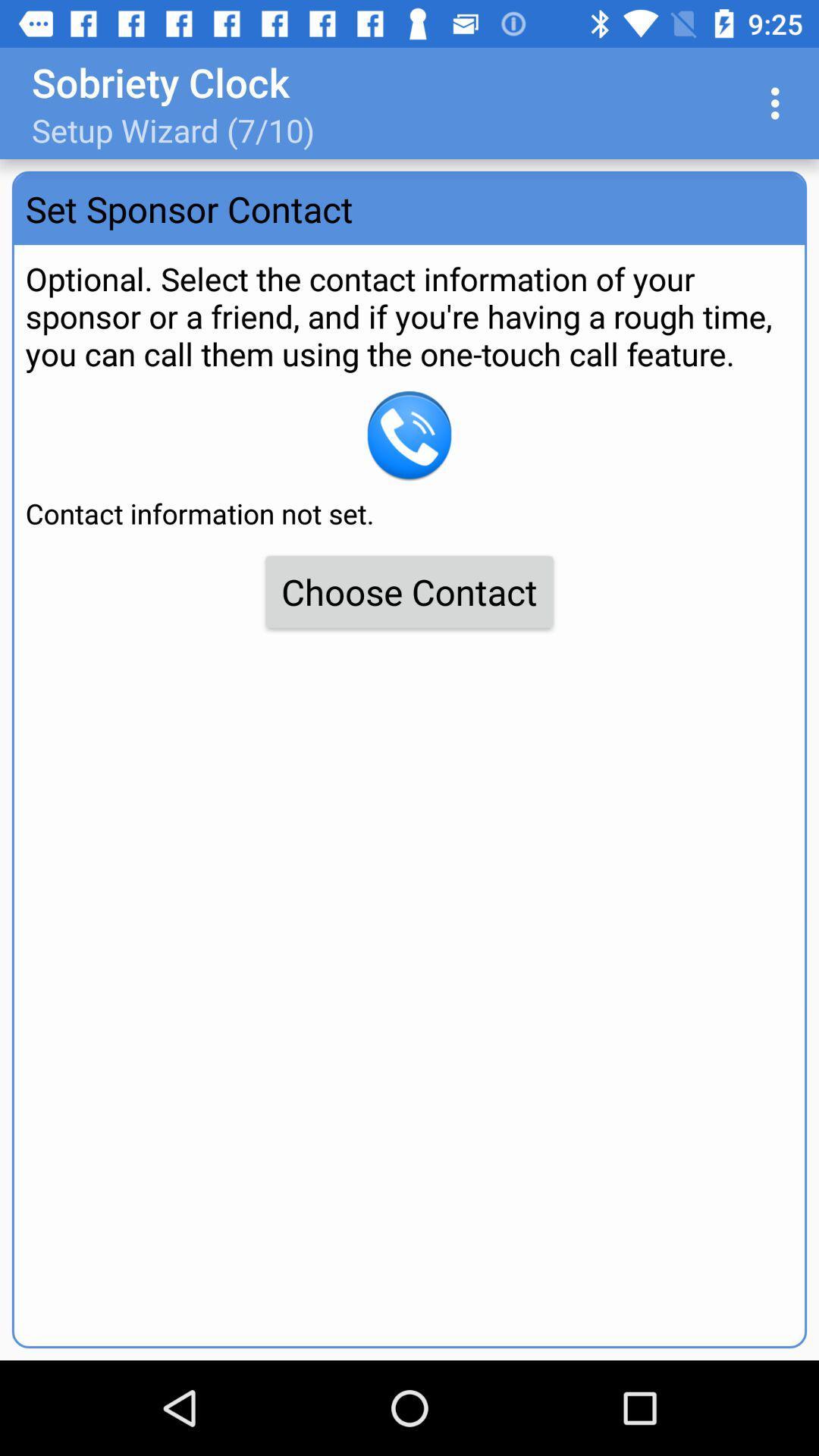  I want to click on the item at the center, so click(409, 591).